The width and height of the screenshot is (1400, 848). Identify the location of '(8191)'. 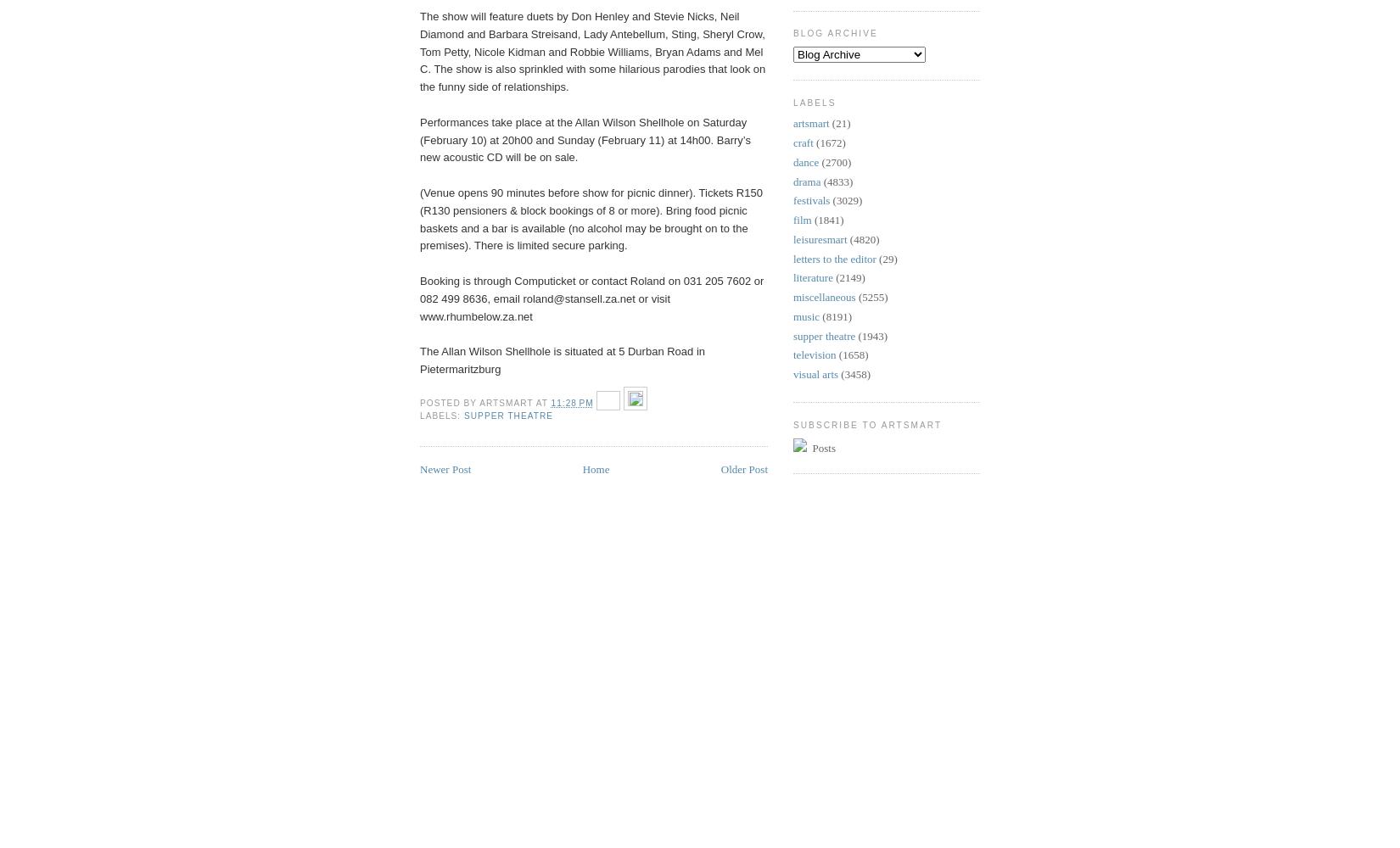
(822, 315).